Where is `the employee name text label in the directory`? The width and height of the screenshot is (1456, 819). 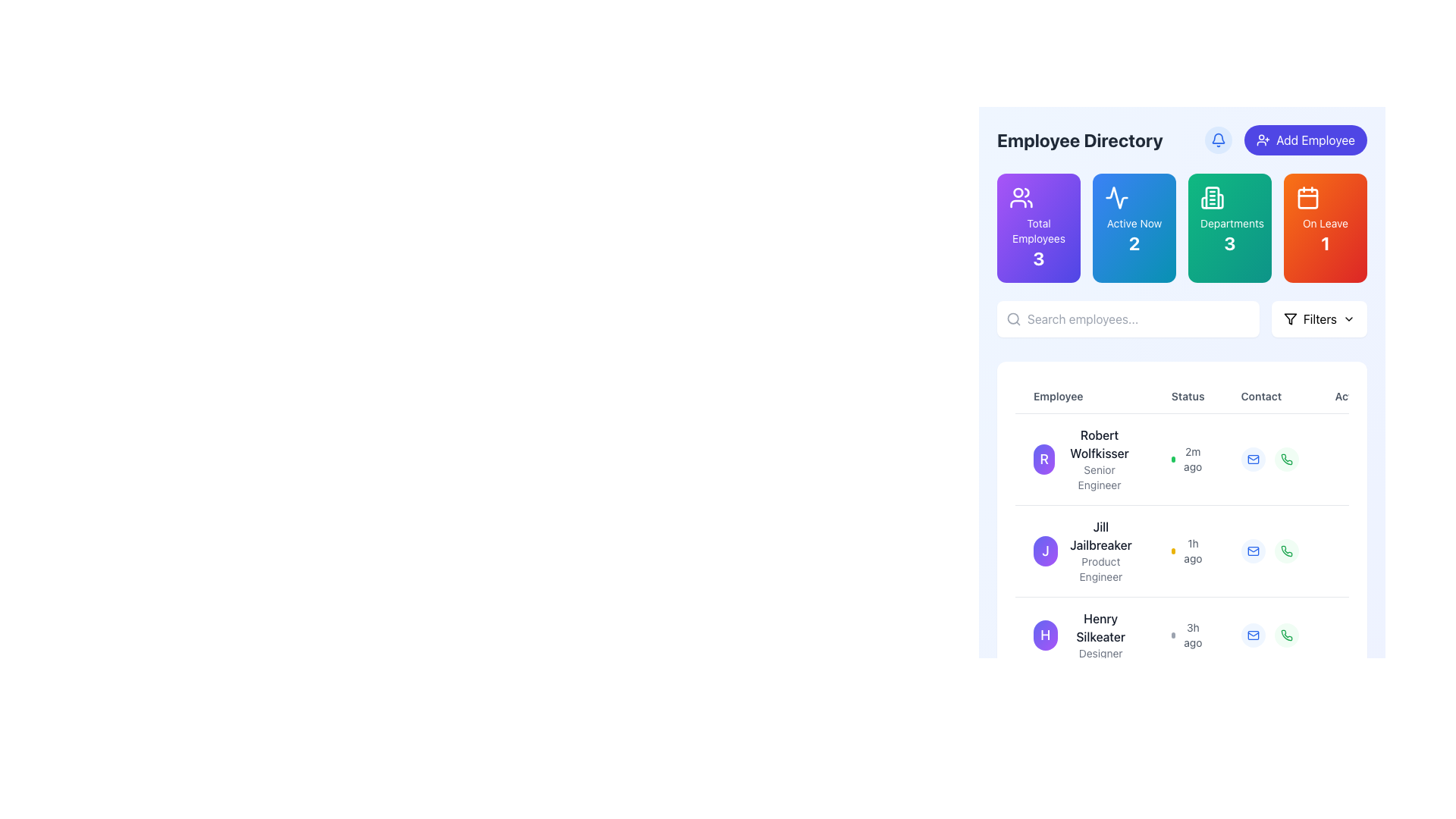 the employee name text label in the directory is located at coordinates (1100, 535).